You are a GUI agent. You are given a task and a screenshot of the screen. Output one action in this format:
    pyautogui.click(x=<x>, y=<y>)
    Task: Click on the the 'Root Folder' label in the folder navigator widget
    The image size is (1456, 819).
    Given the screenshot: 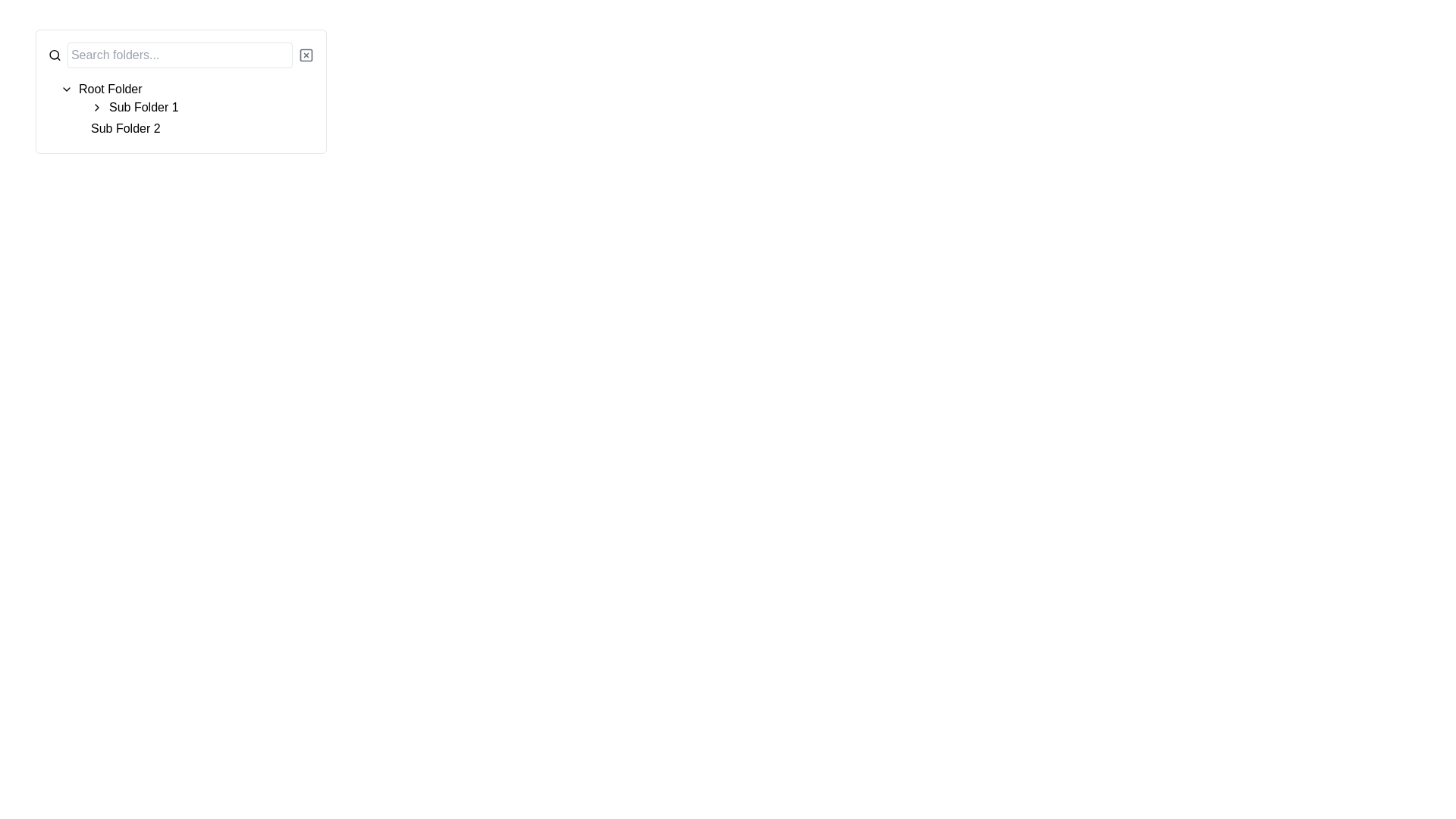 What is the action you would take?
    pyautogui.click(x=109, y=89)
    